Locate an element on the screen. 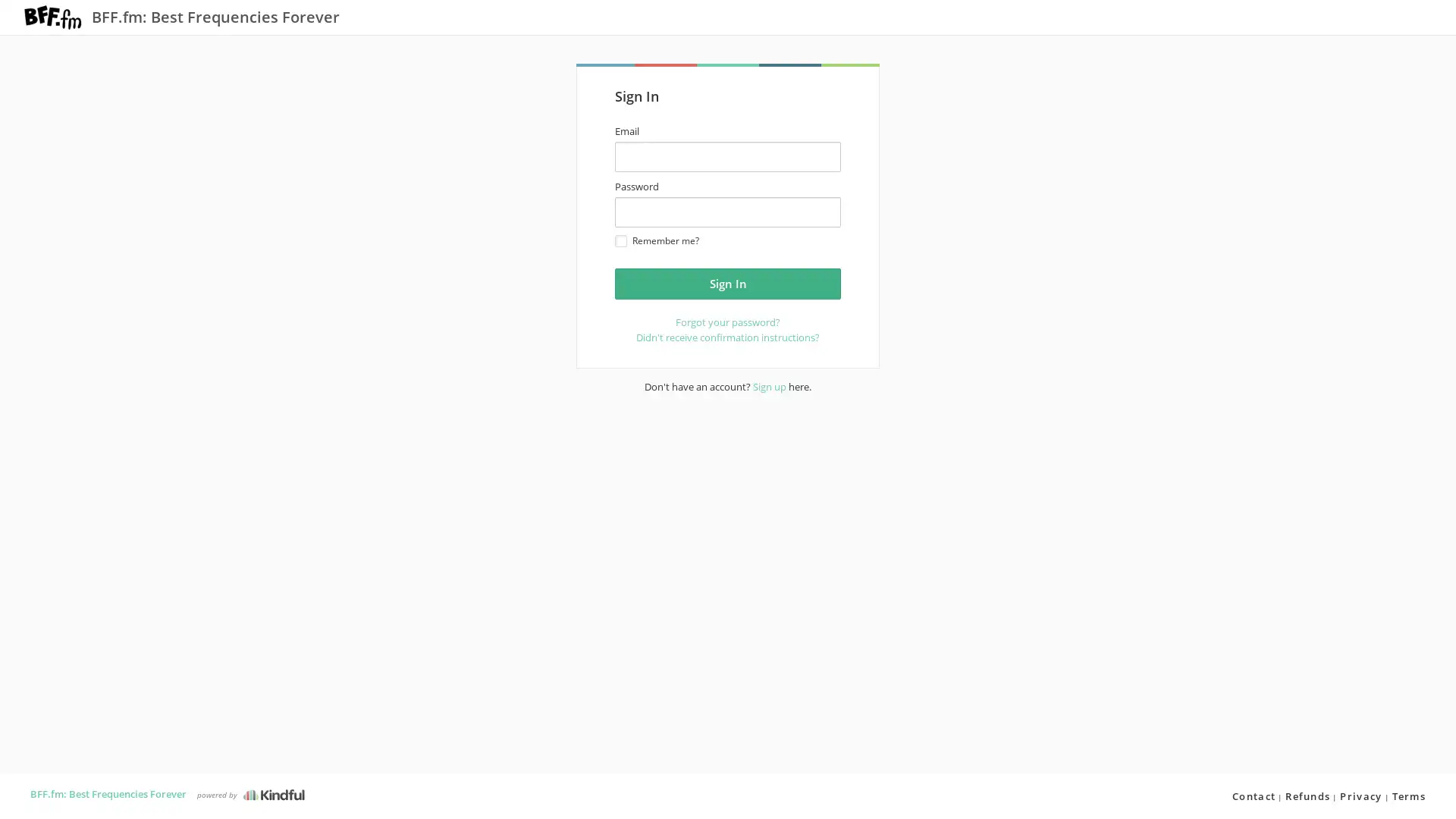 The image size is (1456, 819). Sign In is located at coordinates (728, 283).